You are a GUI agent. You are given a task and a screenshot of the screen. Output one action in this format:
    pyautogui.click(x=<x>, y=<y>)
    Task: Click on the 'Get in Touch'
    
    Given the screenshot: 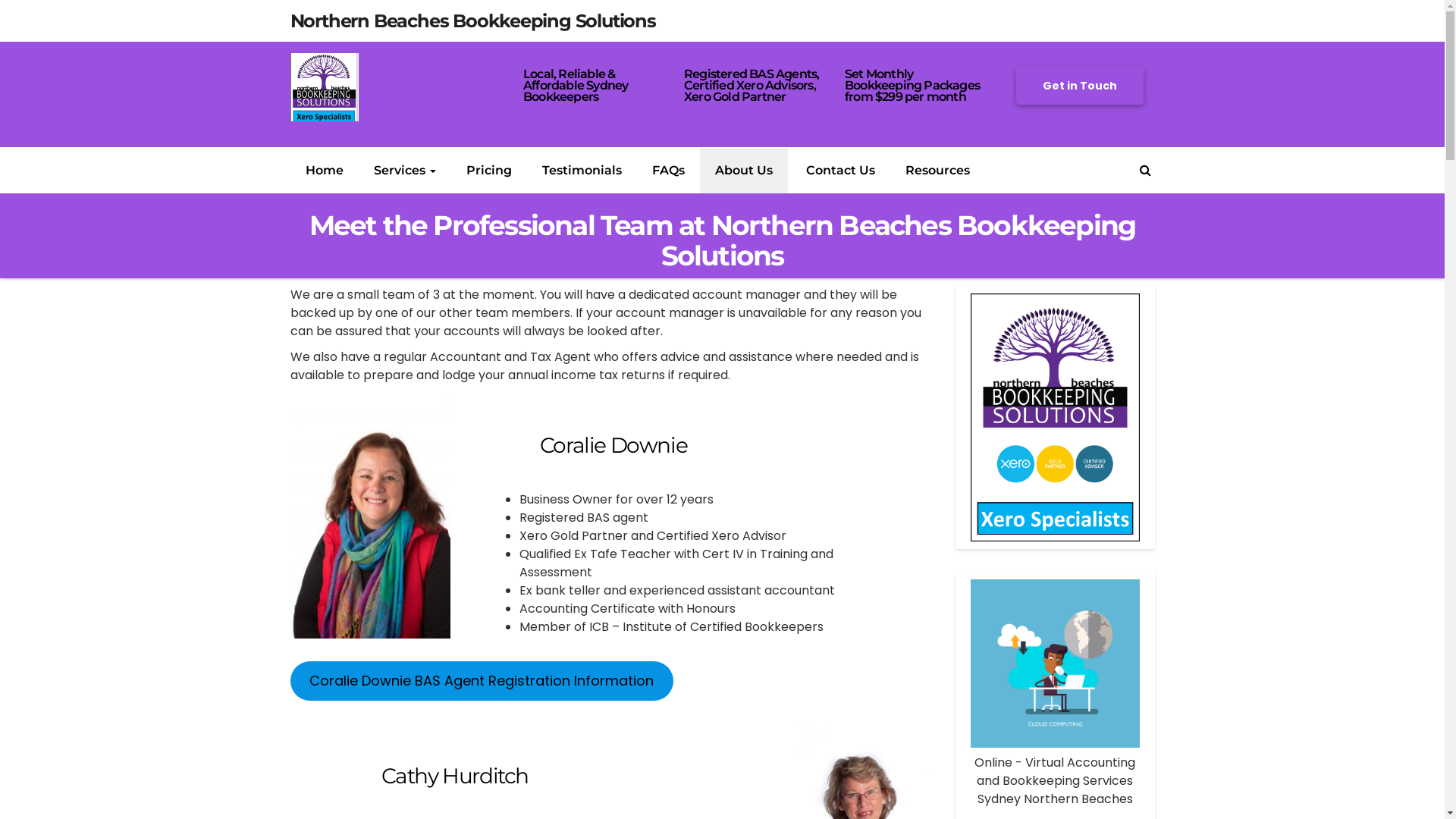 What is the action you would take?
    pyautogui.click(x=1079, y=85)
    